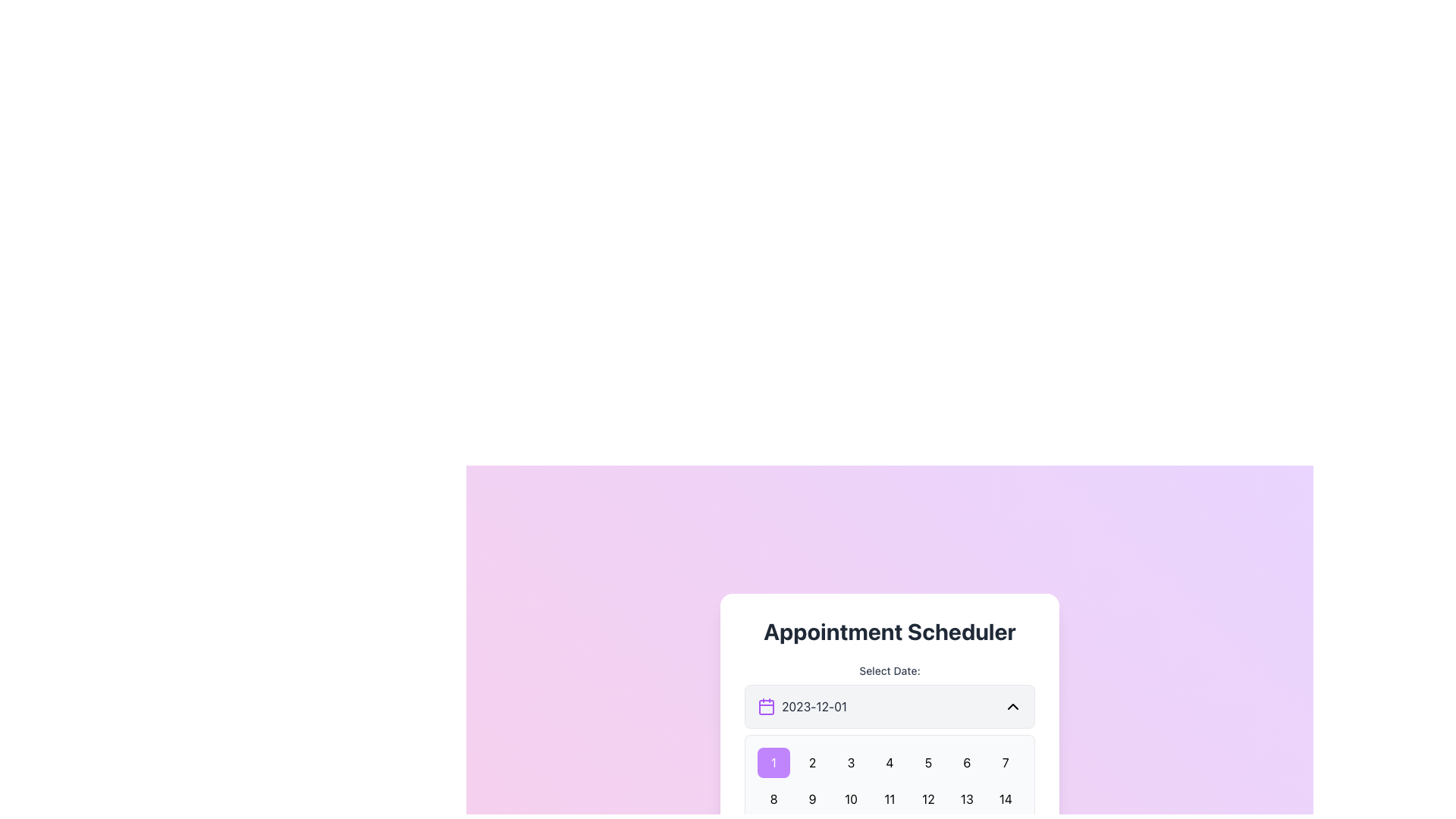  What do you see at coordinates (851, 763) in the screenshot?
I see `the '3' date button` at bounding box center [851, 763].